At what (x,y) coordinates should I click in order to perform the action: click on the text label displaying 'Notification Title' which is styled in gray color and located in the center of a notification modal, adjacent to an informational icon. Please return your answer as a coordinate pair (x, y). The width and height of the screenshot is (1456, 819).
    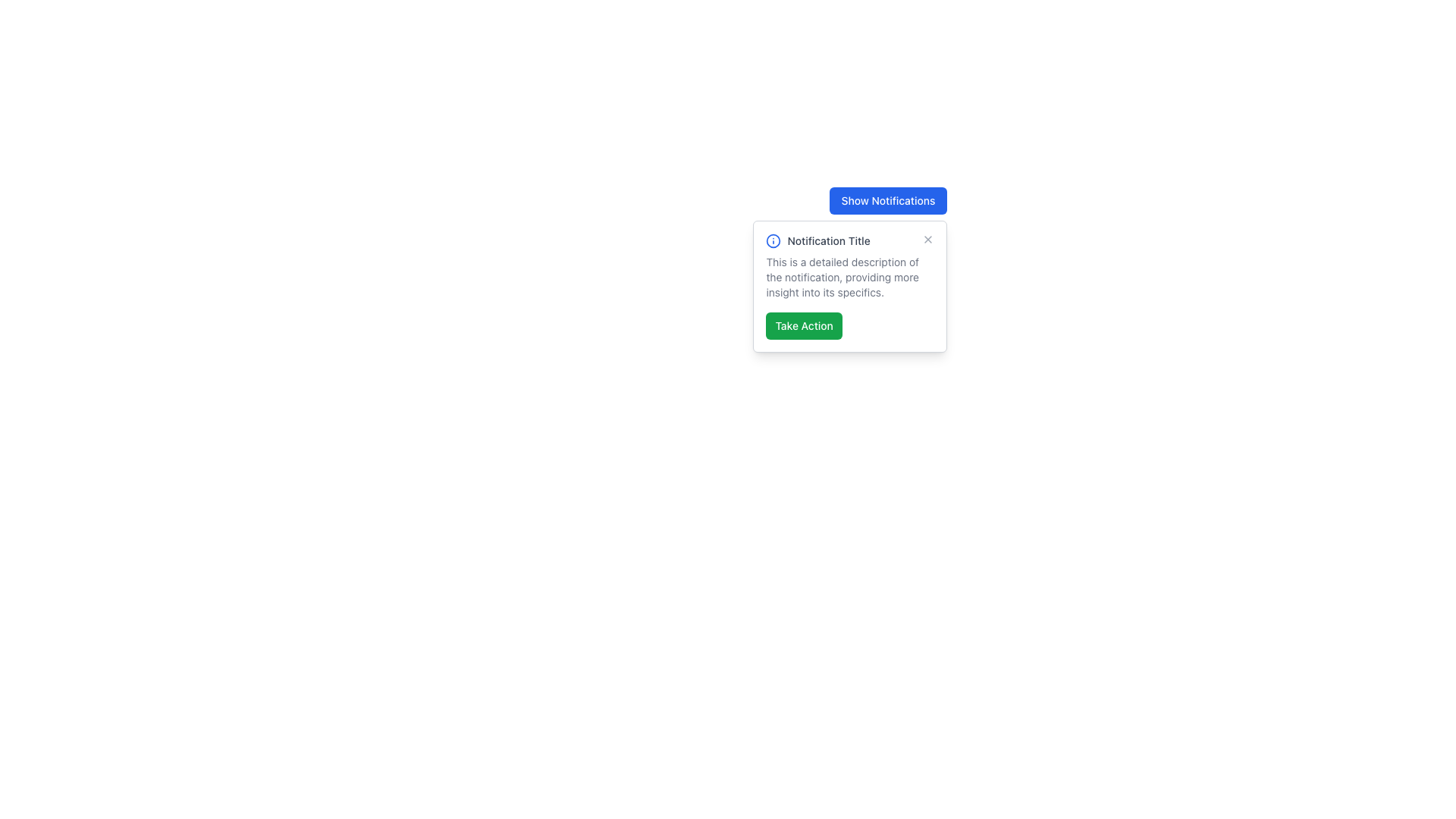
    Looking at the image, I should click on (828, 240).